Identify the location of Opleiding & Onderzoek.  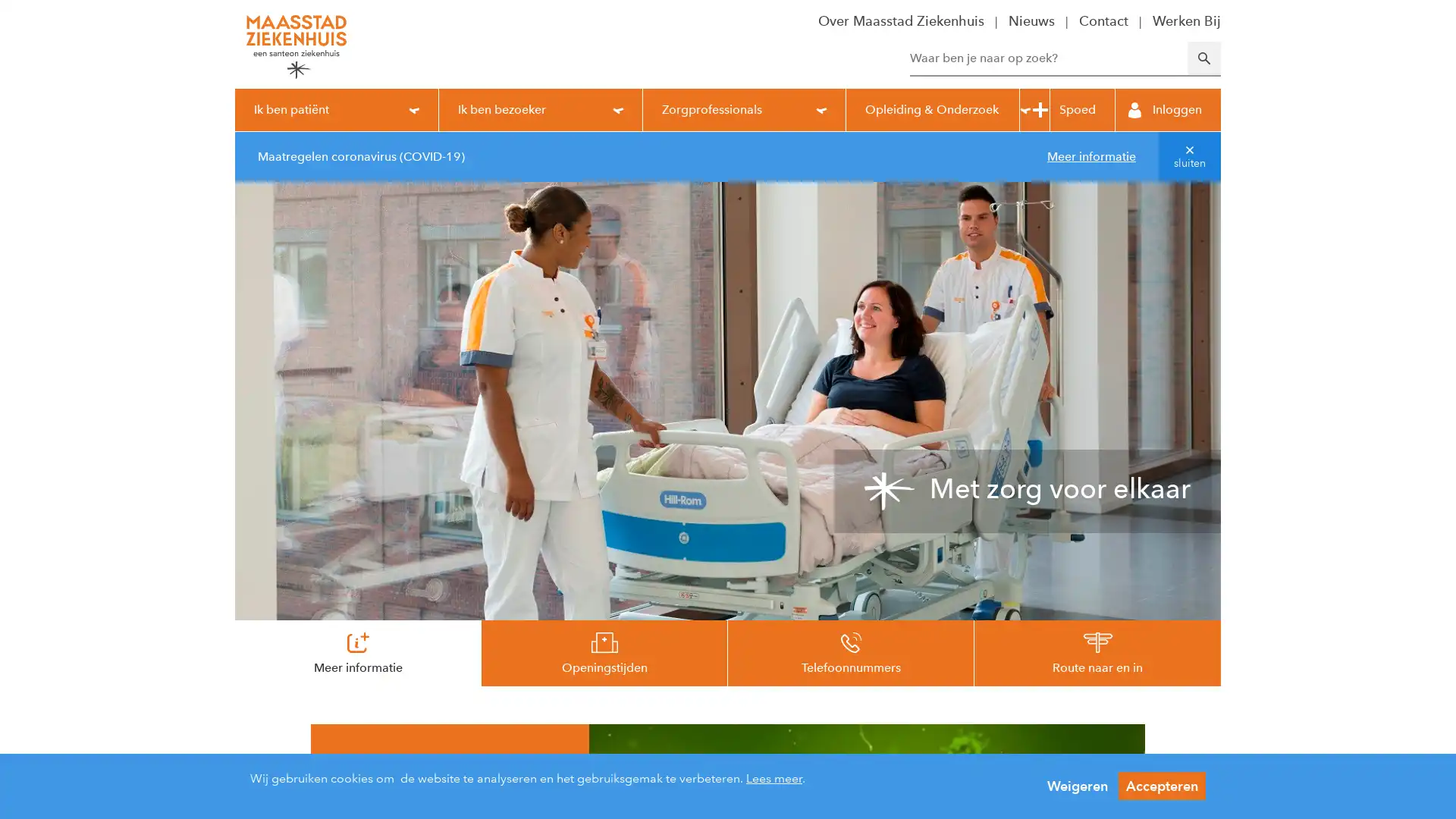
(946, 109).